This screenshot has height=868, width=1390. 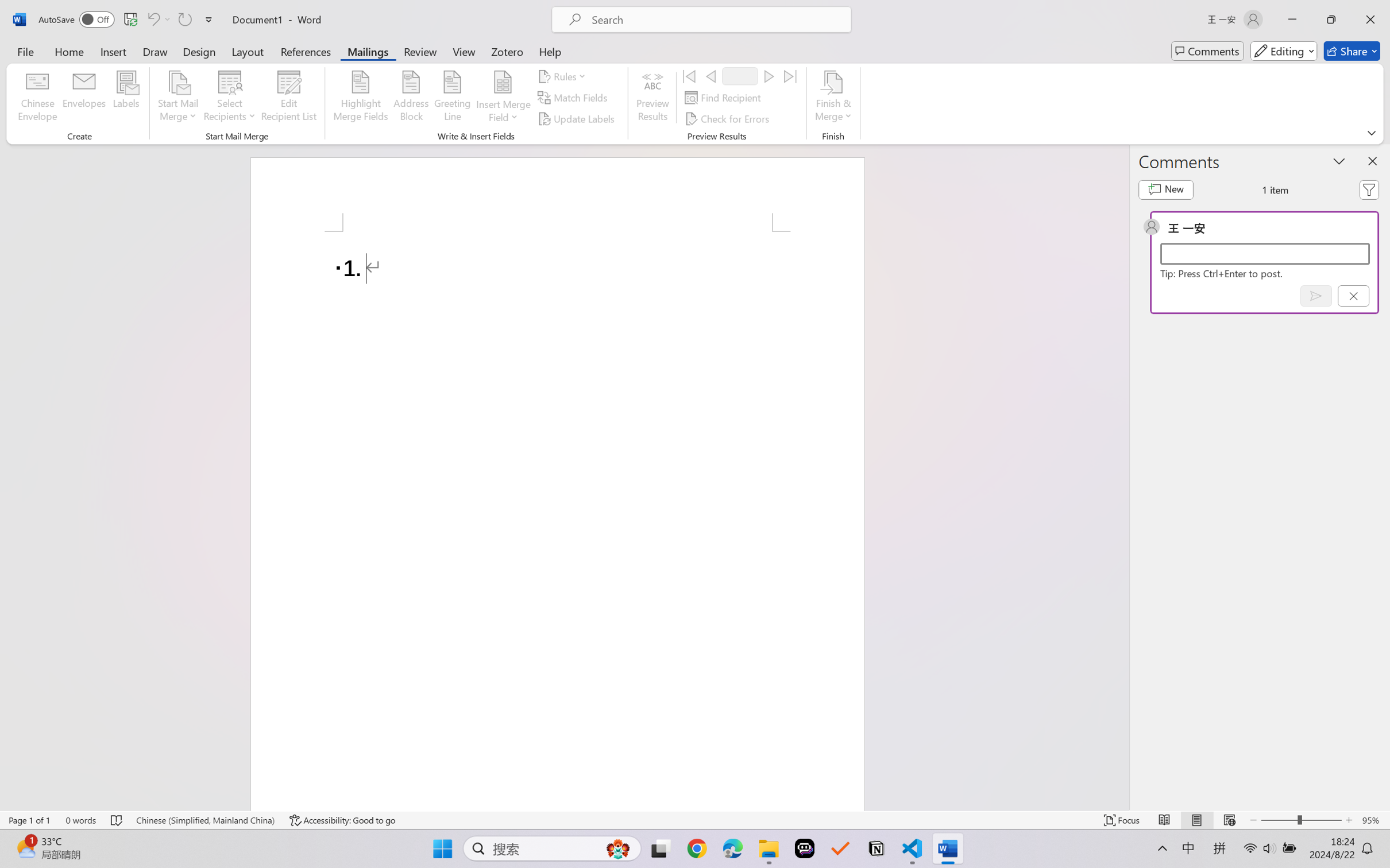 I want to click on 'Find Recipient...', so click(x=723, y=98).